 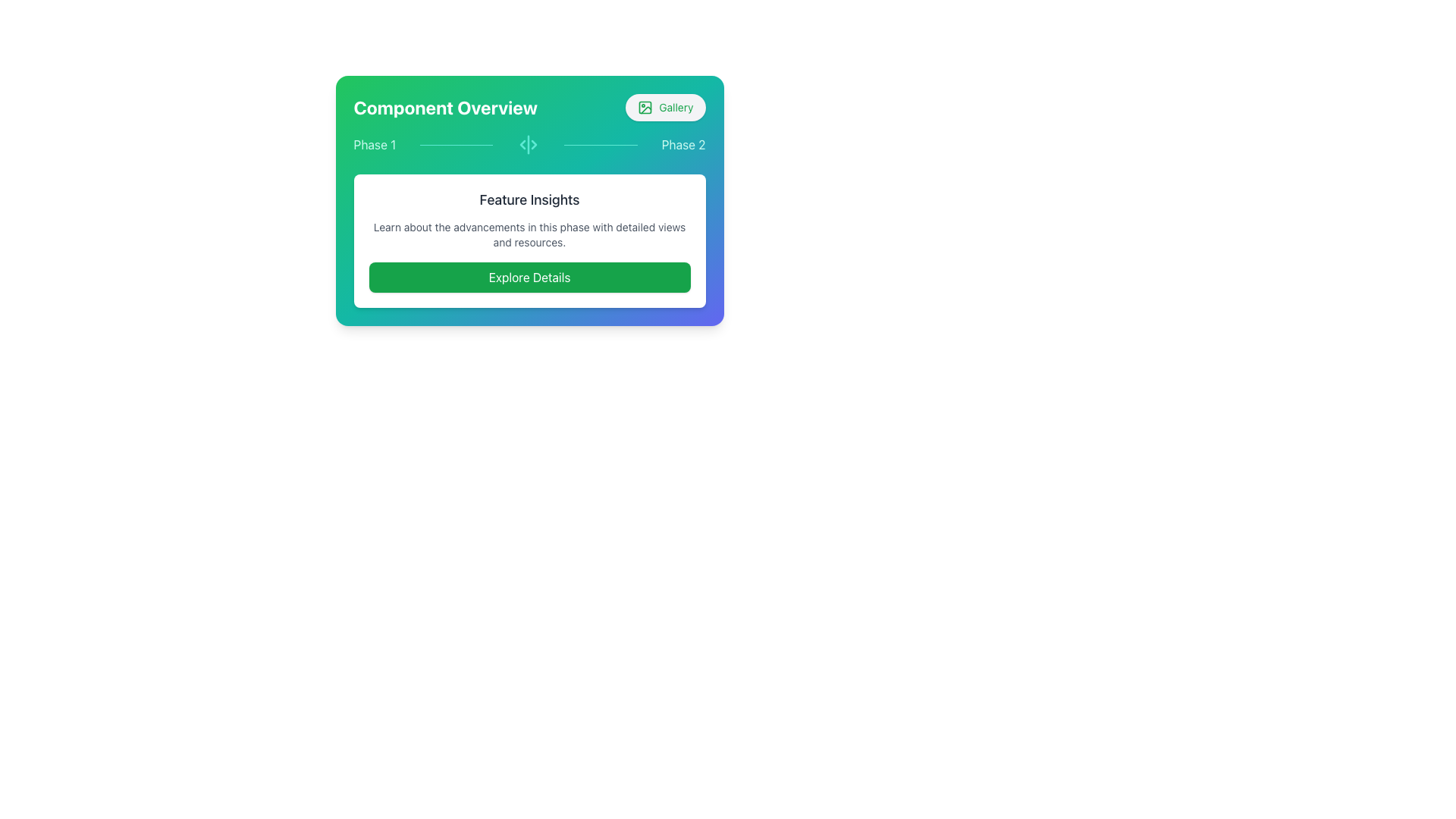 What do you see at coordinates (529, 278) in the screenshot?
I see `the green 'Explore Details' button to activate its hover effect, which is the third button in the 'Feature Insights' section` at bounding box center [529, 278].